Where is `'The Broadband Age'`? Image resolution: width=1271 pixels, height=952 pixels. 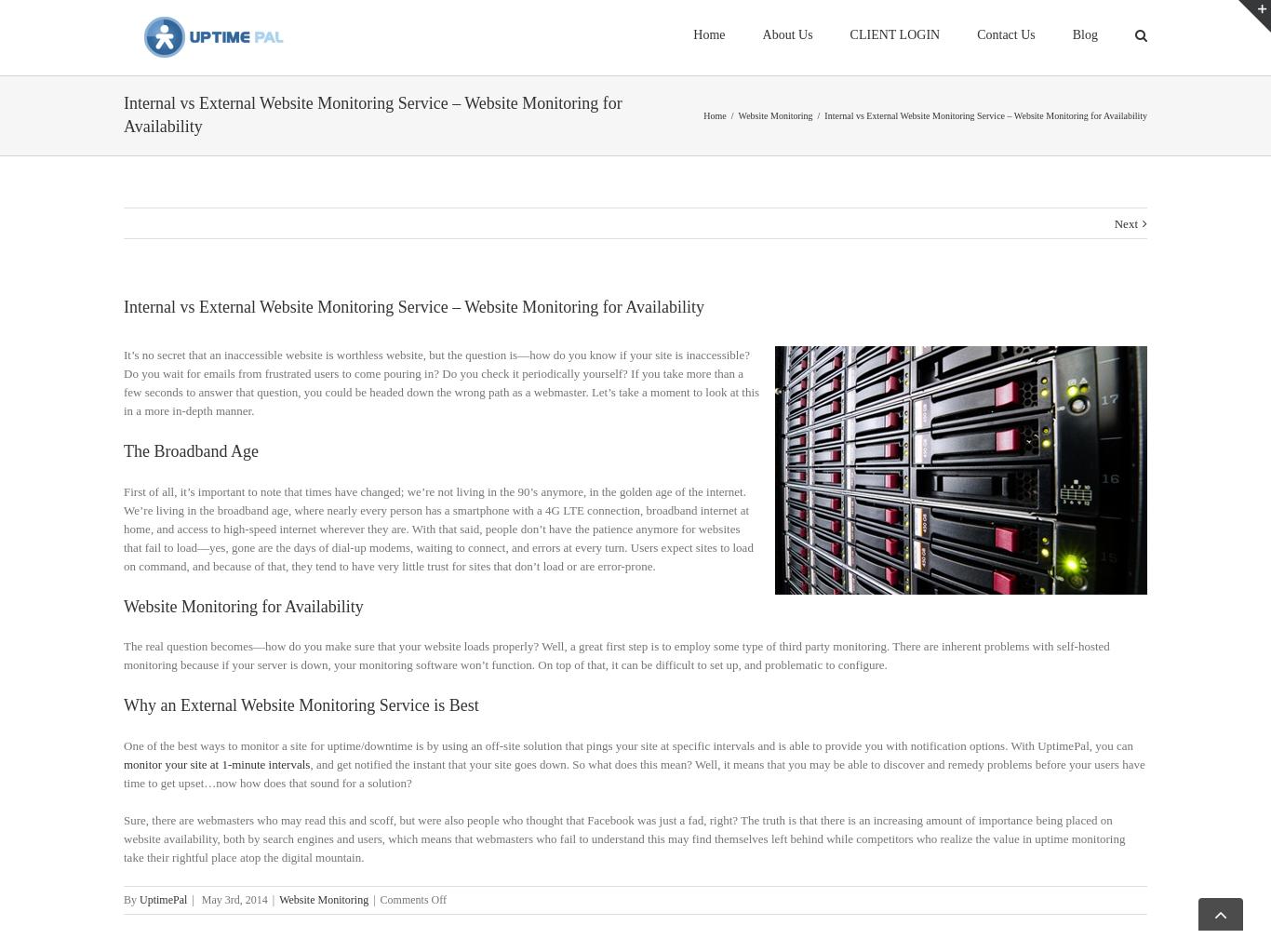
'The Broadband Age' is located at coordinates (190, 474).